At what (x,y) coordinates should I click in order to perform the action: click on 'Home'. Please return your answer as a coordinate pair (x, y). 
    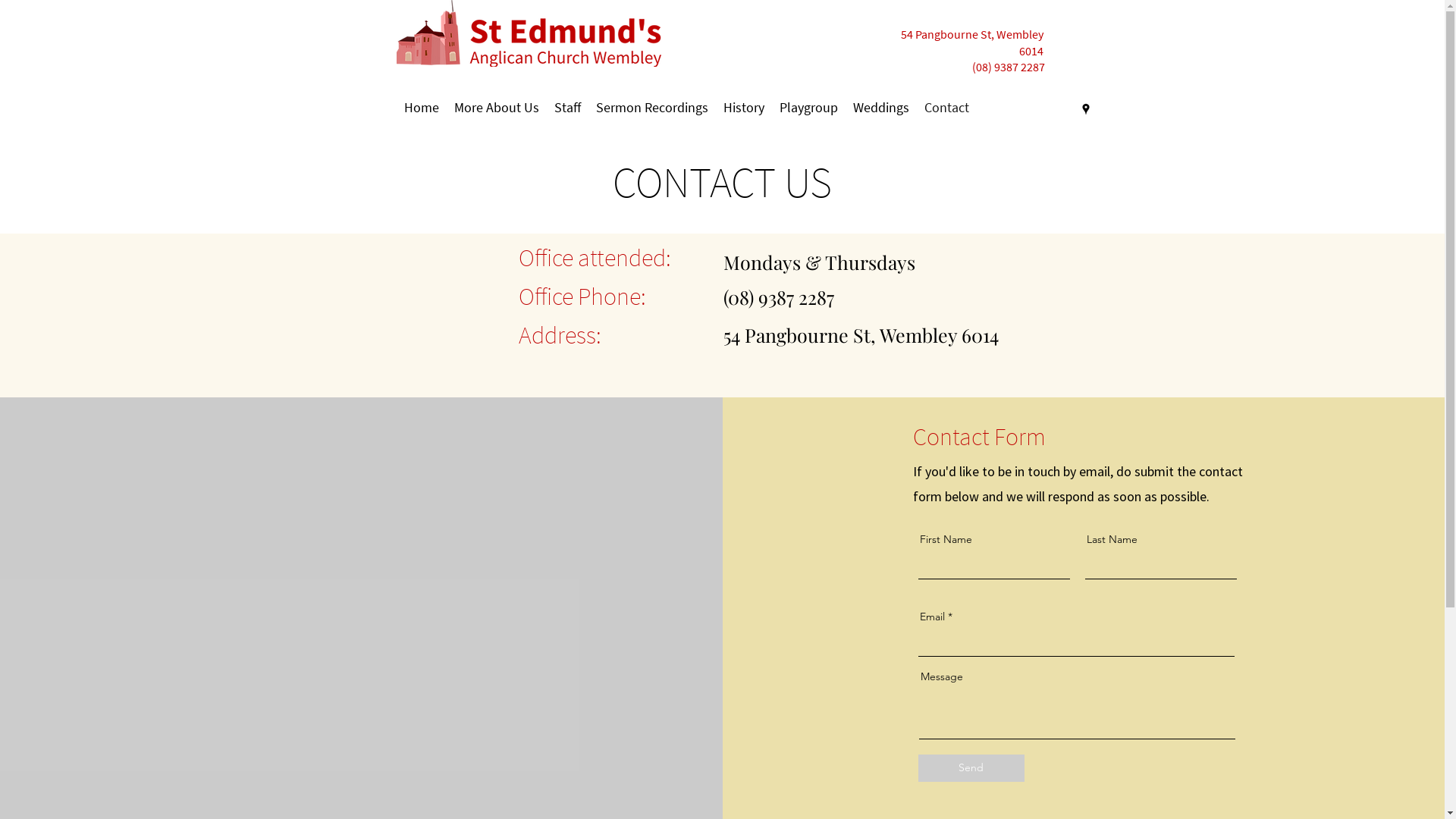
    Looking at the image, I should click on (421, 107).